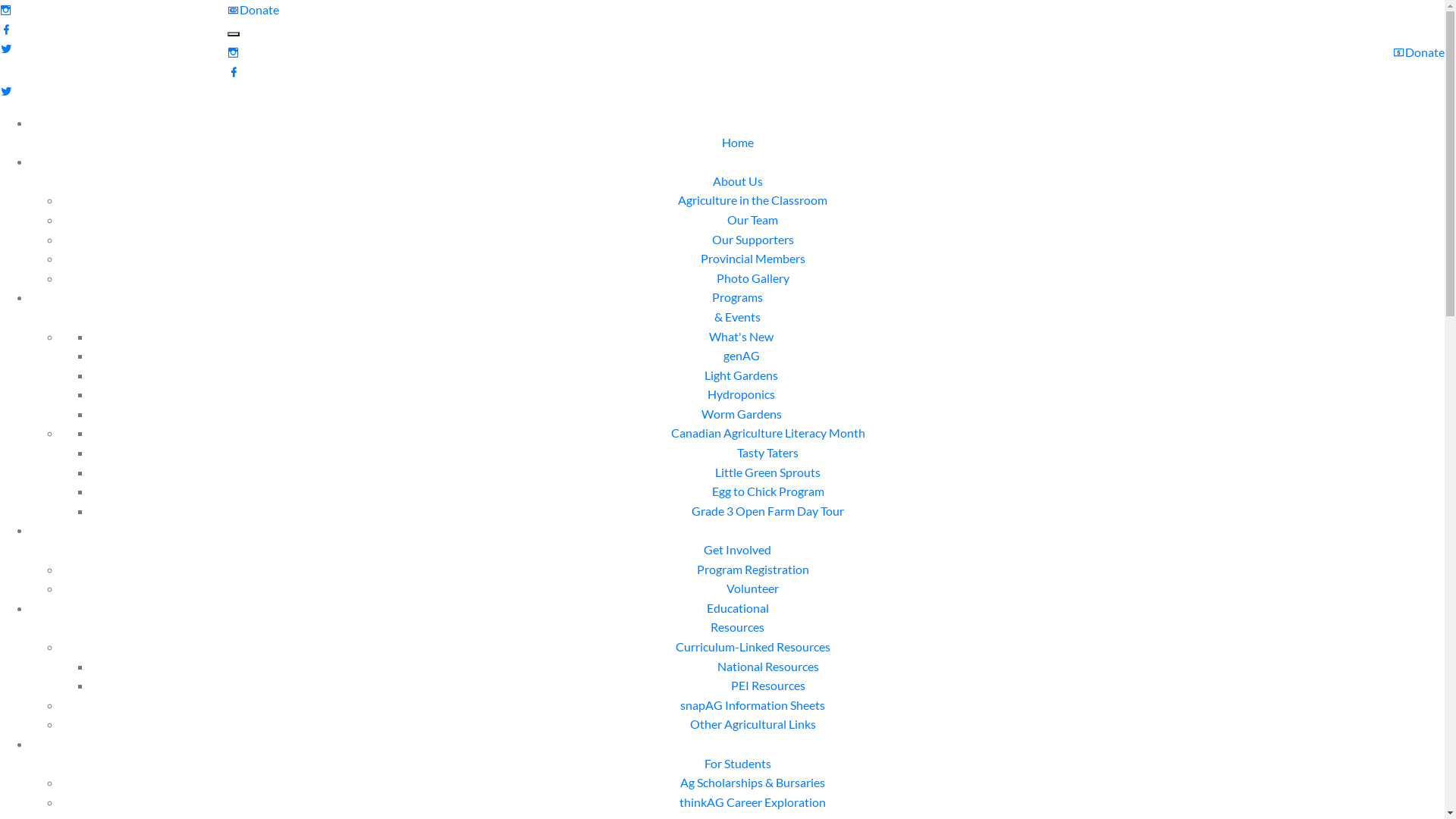 This screenshot has width=1456, height=819. What do you see at coordinates (752, 587) in the screenshot?
I see `'Volunteer'` at bounding box center [752, 587].